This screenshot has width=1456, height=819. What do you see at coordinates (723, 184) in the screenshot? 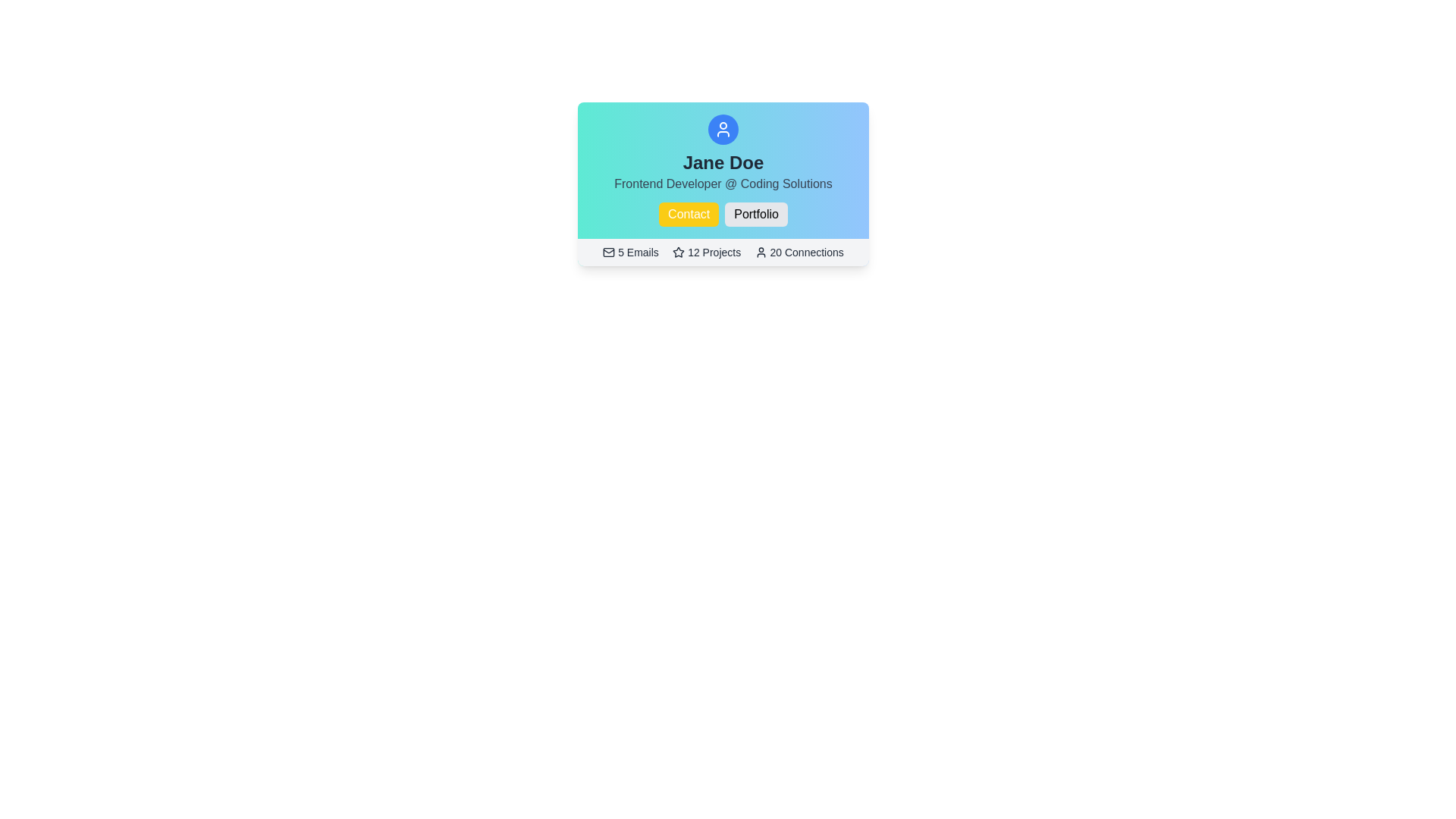
I see `the static text label that displays the professional role and affiliation of the individual, located below the title 'Jane Doe' and above the buttons` at bounding box center [723, 184].